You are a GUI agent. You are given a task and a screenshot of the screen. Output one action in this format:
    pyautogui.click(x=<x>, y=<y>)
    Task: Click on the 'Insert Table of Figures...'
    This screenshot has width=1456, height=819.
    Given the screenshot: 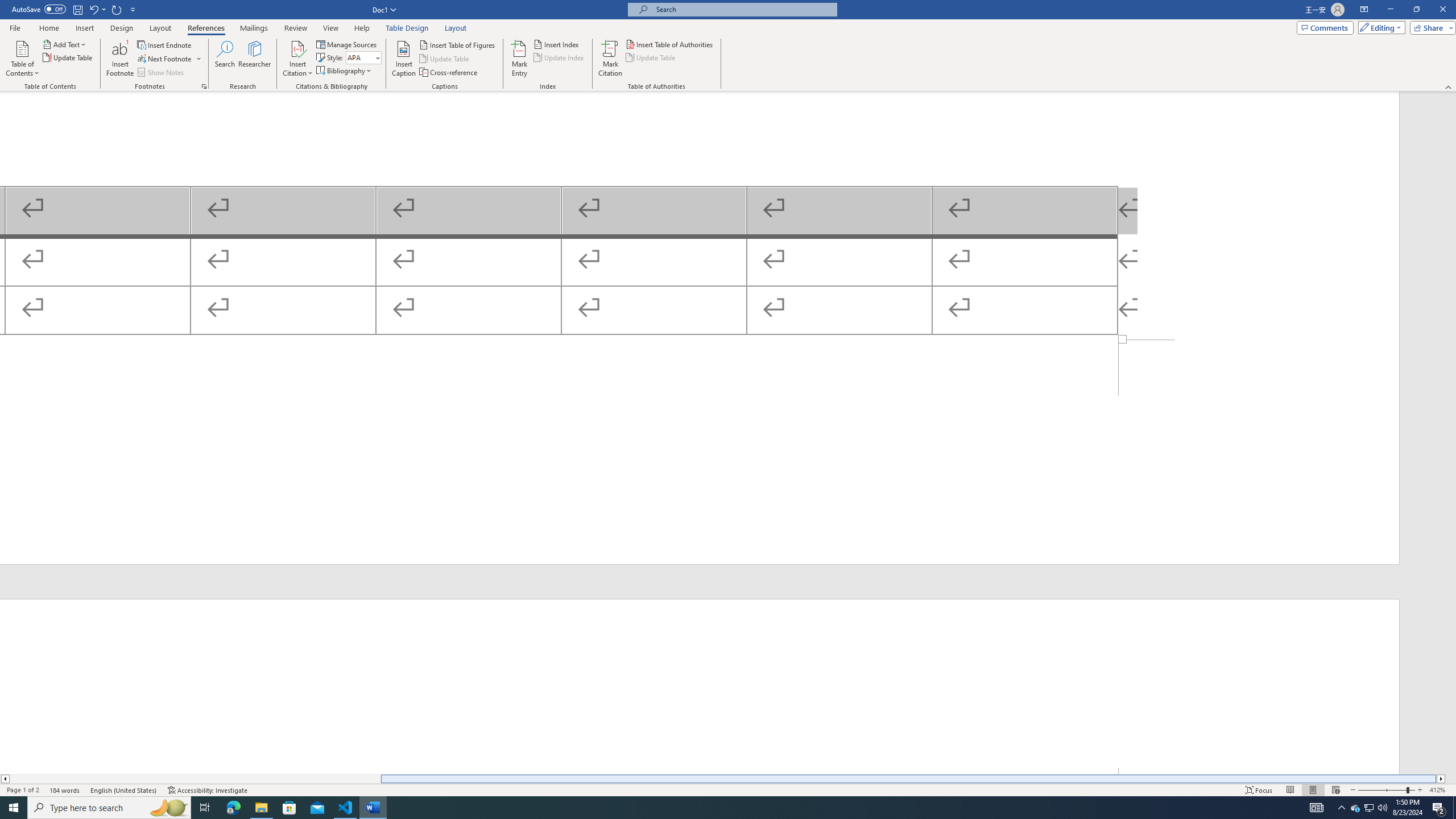 What is the action you would take?
    pyautogui.click(x=458, y=44)
    